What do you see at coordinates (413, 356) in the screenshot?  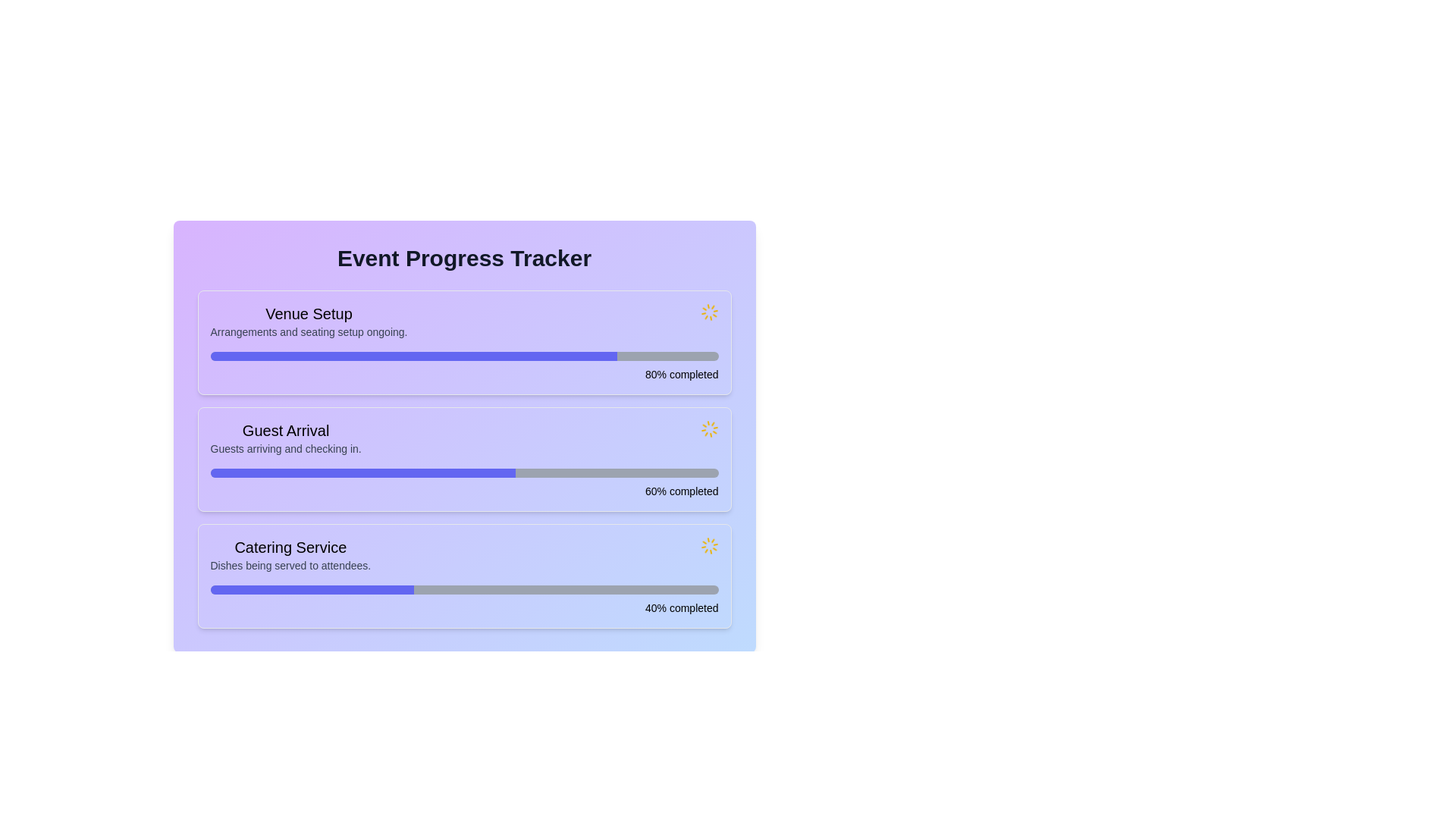 I see `the horizontal progress bar indicating 80% completion, located under the 'Venue Setup' text in the 'Event Progress Tracker' interface` at bounding box center [413, 356].